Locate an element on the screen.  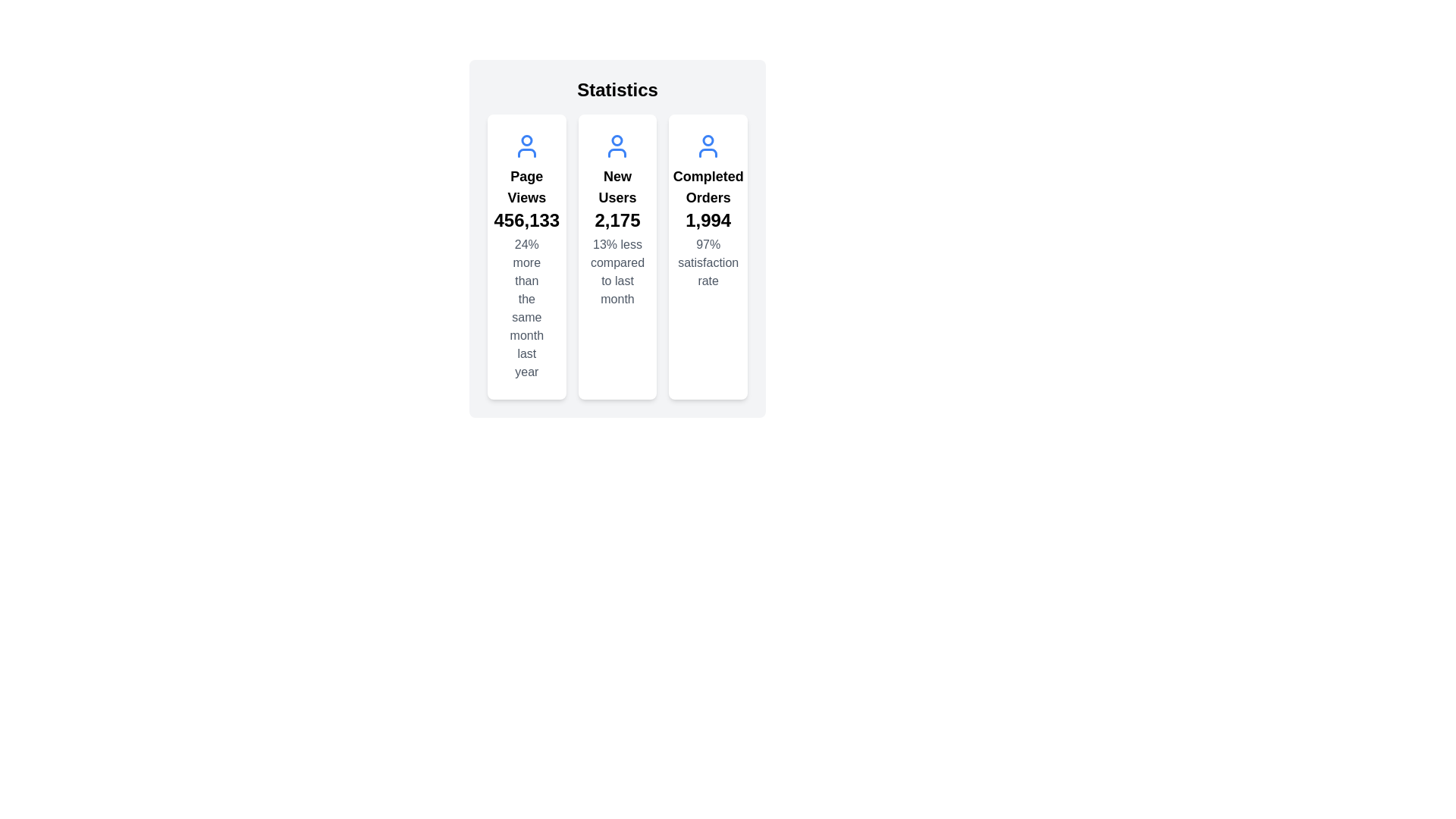
the user statistics icon located in the upper-middle section of the third card labeled 'Completed Orders', positioned directly above the text '1,994' is located at coordinates (708, 140).